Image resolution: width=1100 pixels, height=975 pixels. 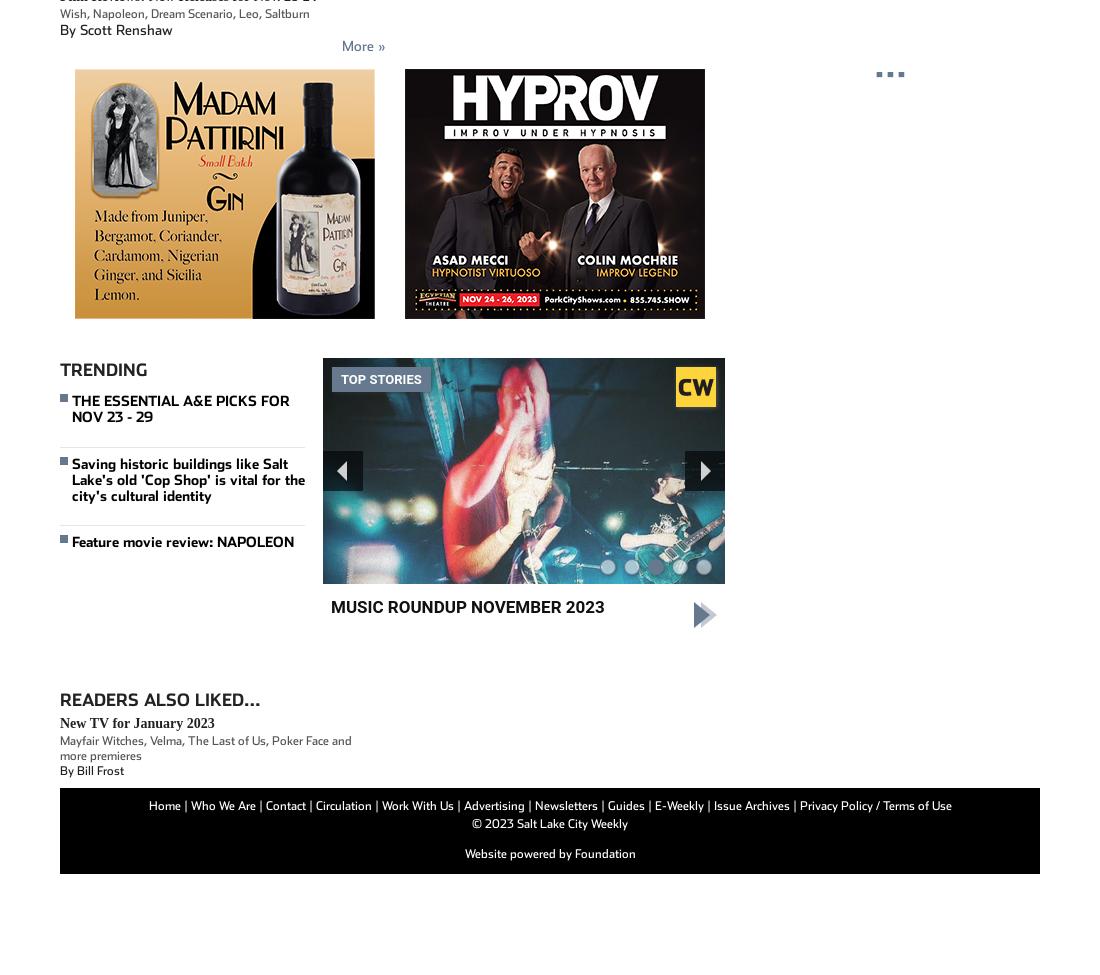 What do you see at coordinates (874, 805) in the screenshot?
I see `'Privacy Policy / Terms of Use'` at bounding box center [874, 805].